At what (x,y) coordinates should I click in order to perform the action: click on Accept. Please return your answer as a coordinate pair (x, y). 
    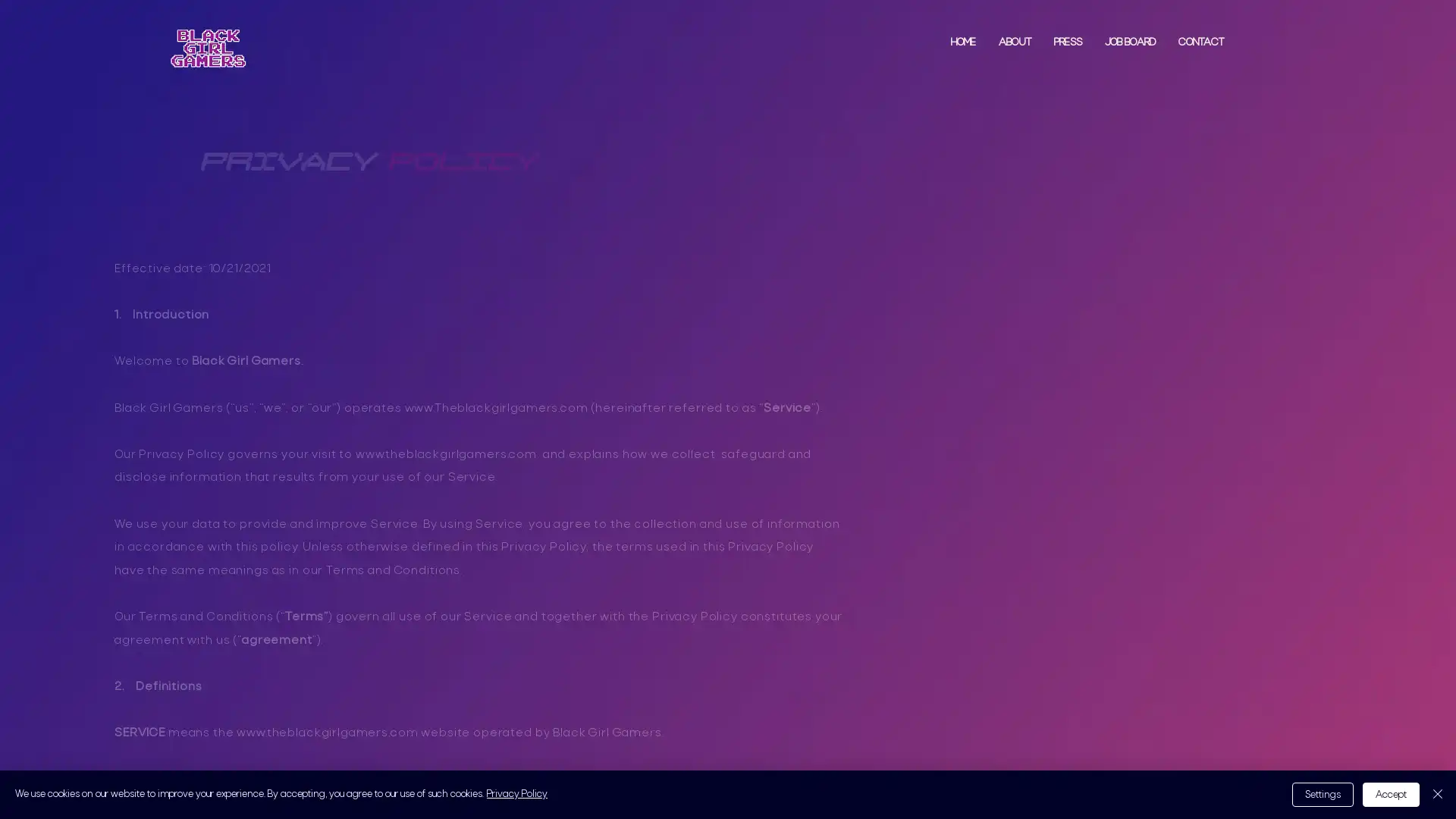
    Looking at the image, I should click on (1391, 794).